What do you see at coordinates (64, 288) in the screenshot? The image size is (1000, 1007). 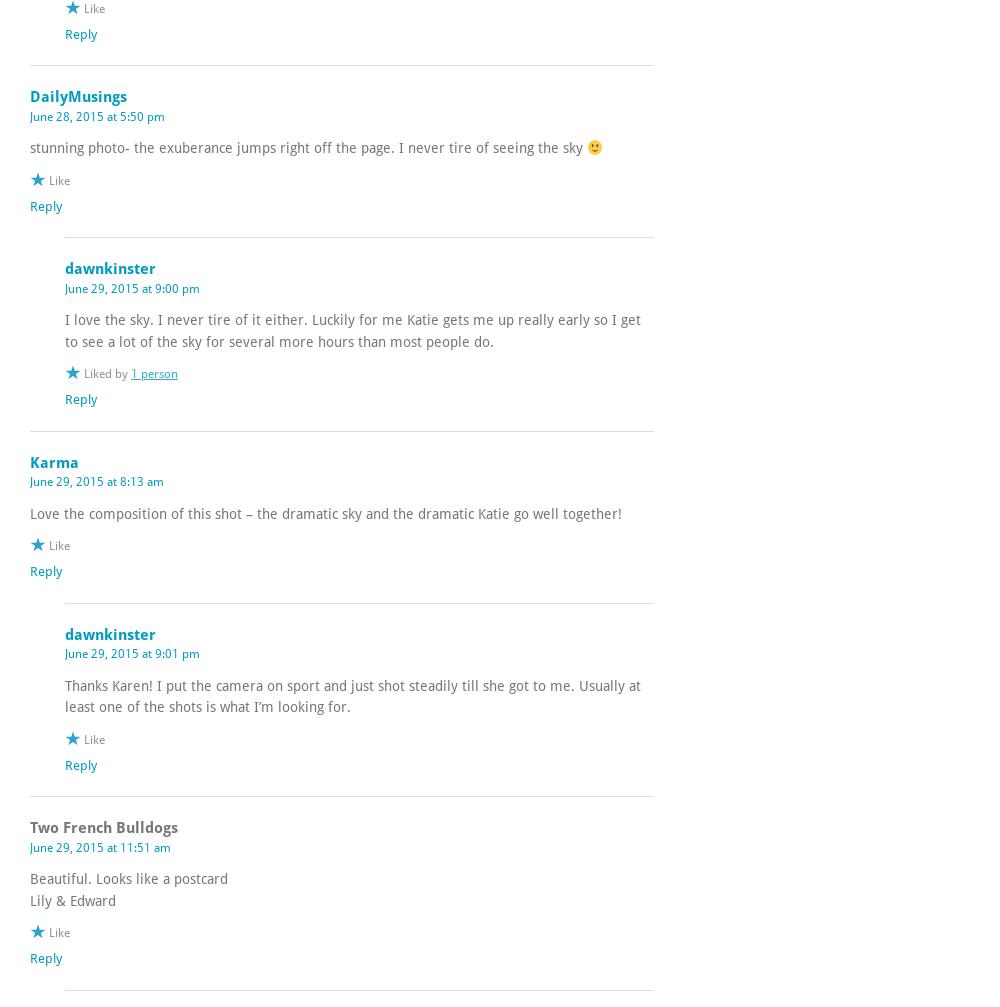 I see `'June 29, 2015 at 9:00 pm'` at bounding box center [64, 288].